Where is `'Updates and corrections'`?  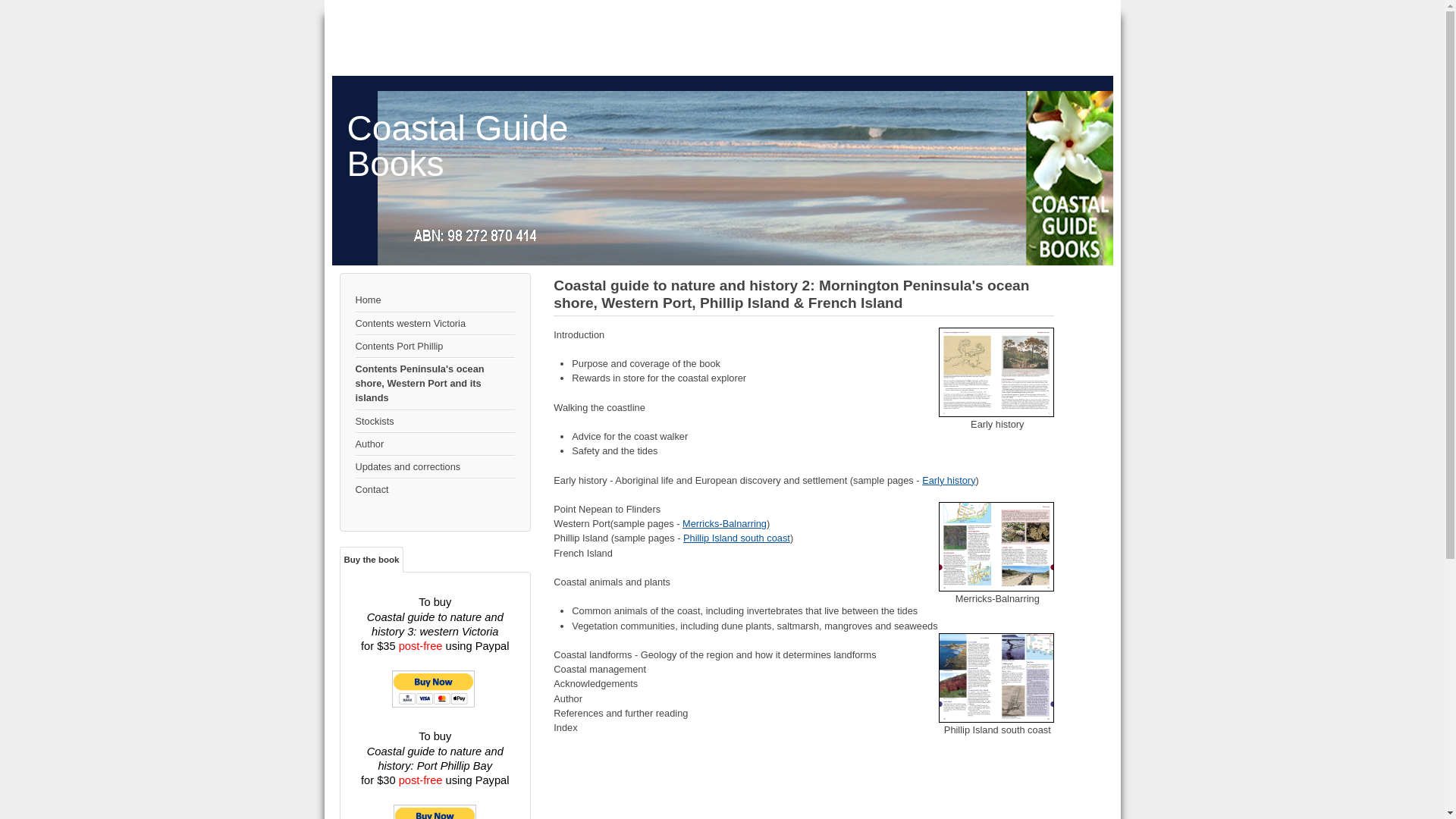
'Updates and corrections' is located at coordinates (434, 466).